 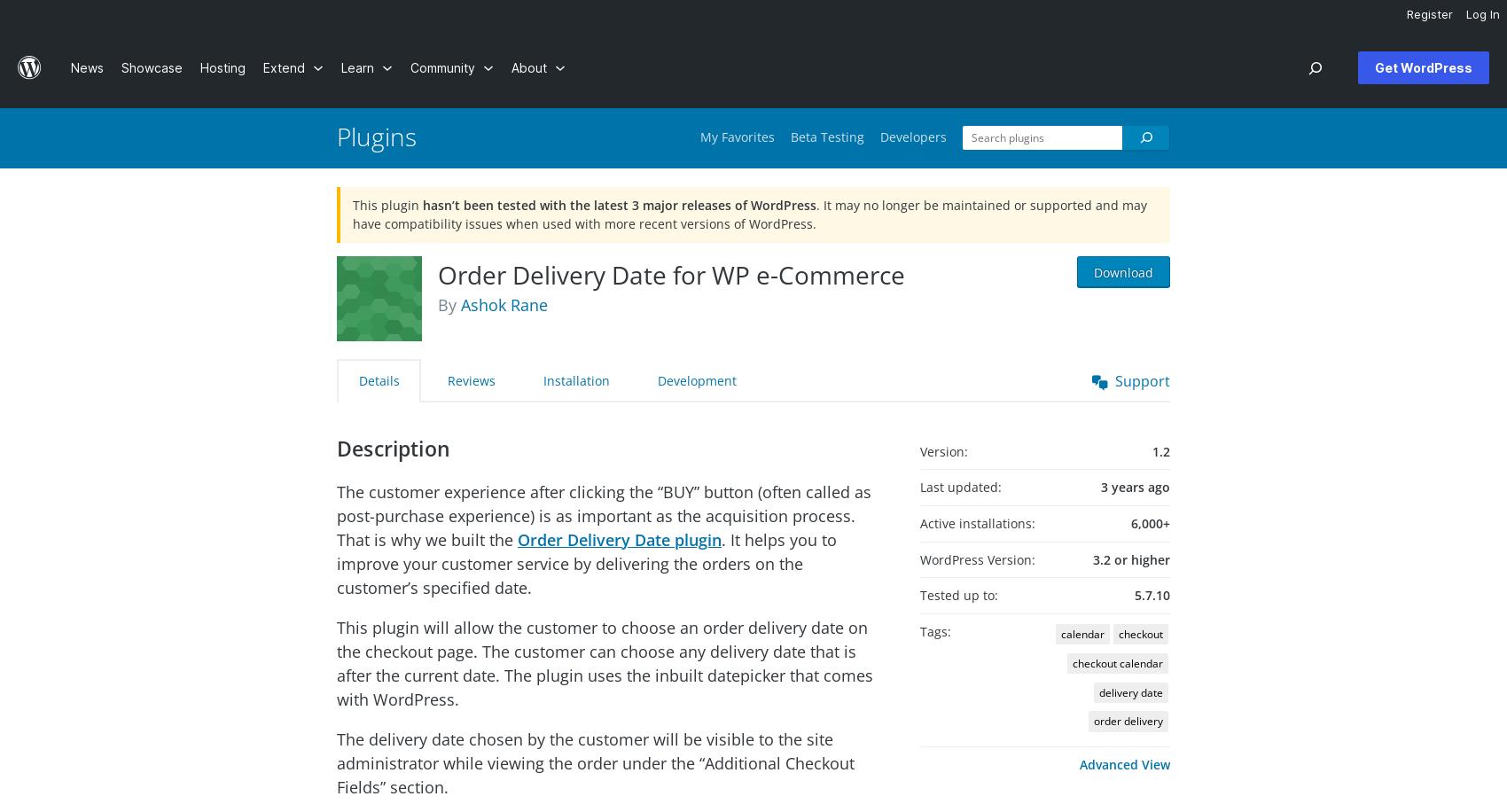 I want to click on 'Ashok Rane', so click(x=503, y=303).